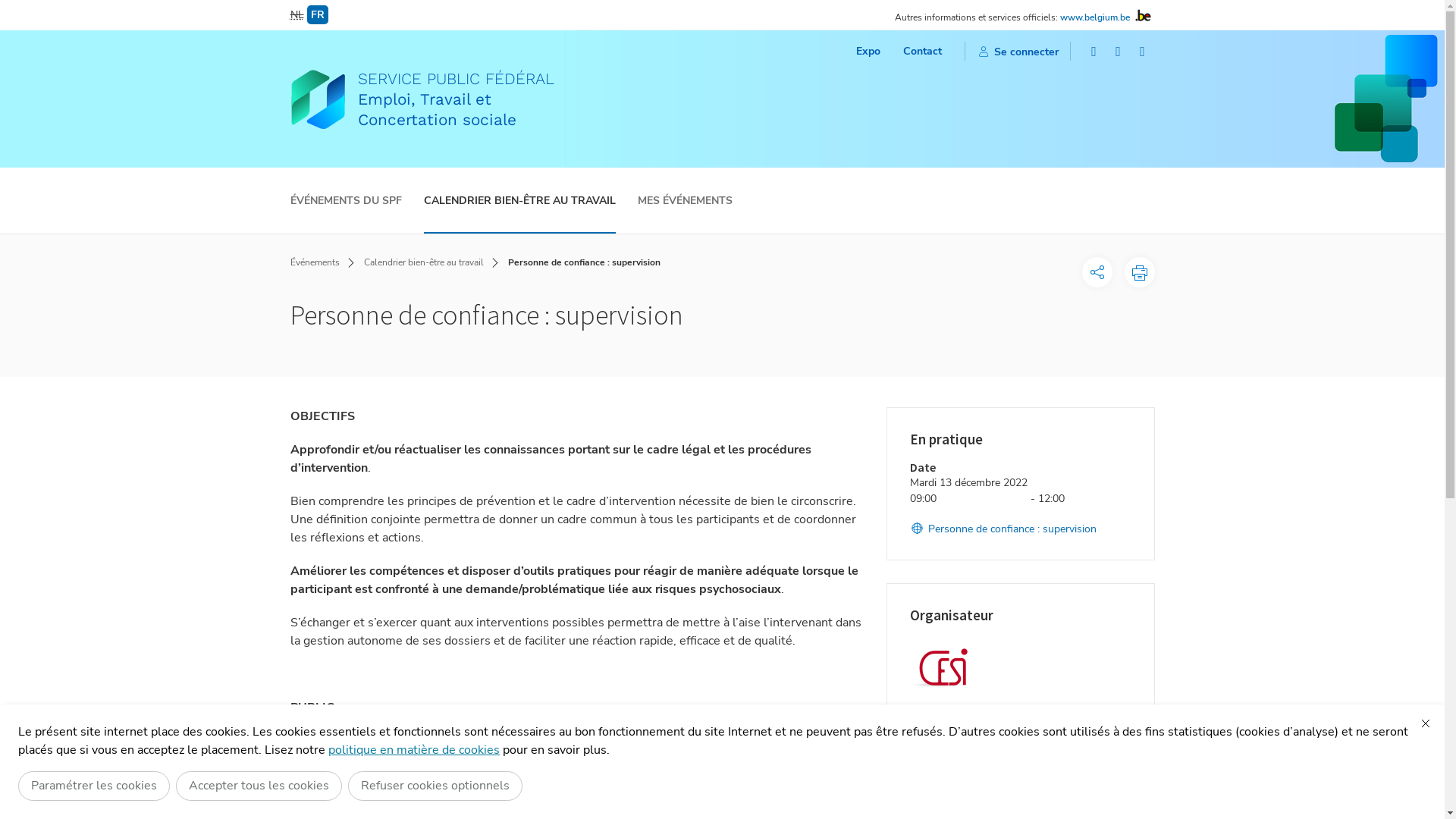  I want to click on 'www.belgium.be', so click(1095, 17).